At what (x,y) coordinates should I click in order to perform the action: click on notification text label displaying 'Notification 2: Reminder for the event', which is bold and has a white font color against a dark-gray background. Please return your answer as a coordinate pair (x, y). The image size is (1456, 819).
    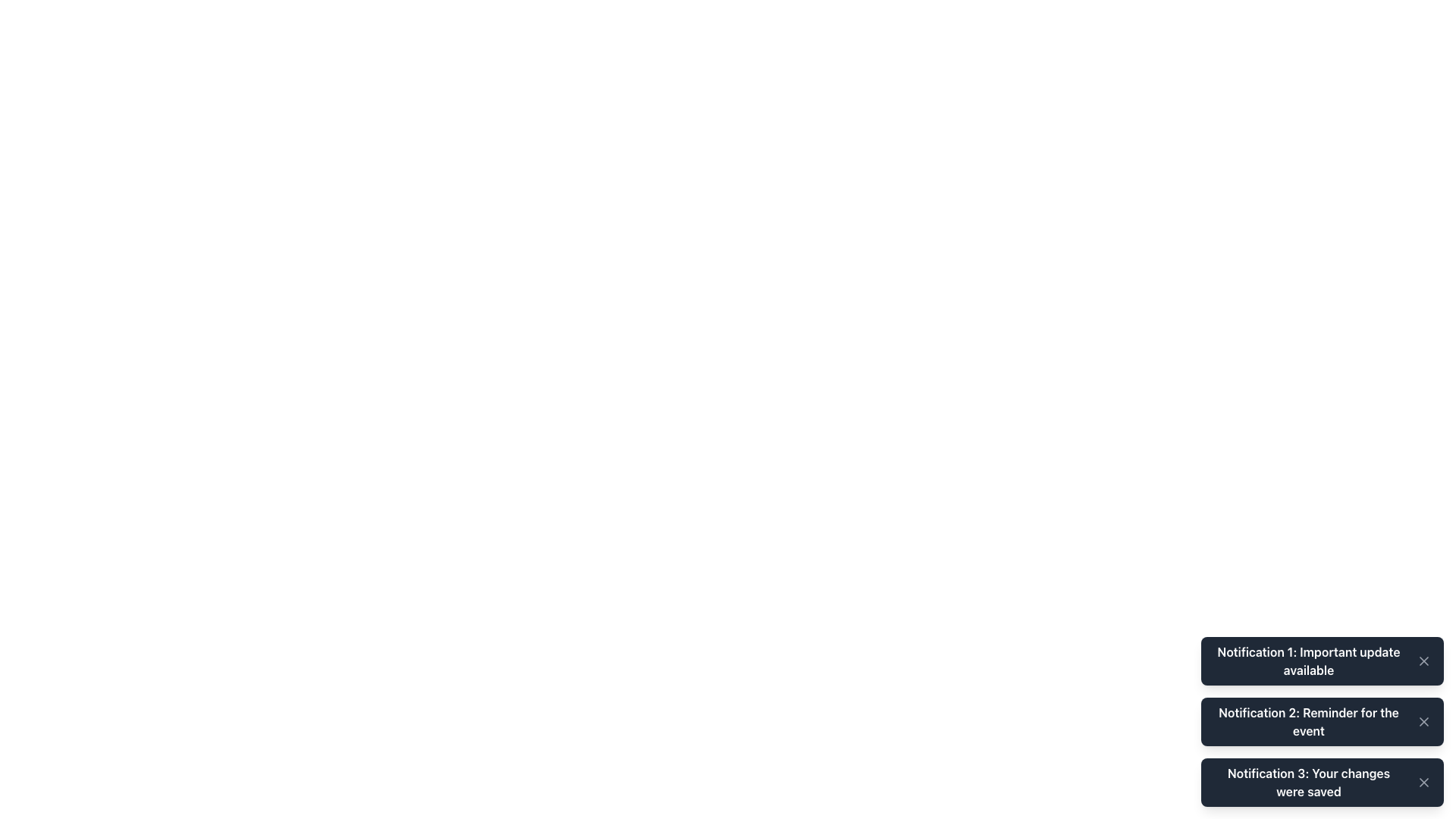
    Looking at the image, I should click on (1308, 721).